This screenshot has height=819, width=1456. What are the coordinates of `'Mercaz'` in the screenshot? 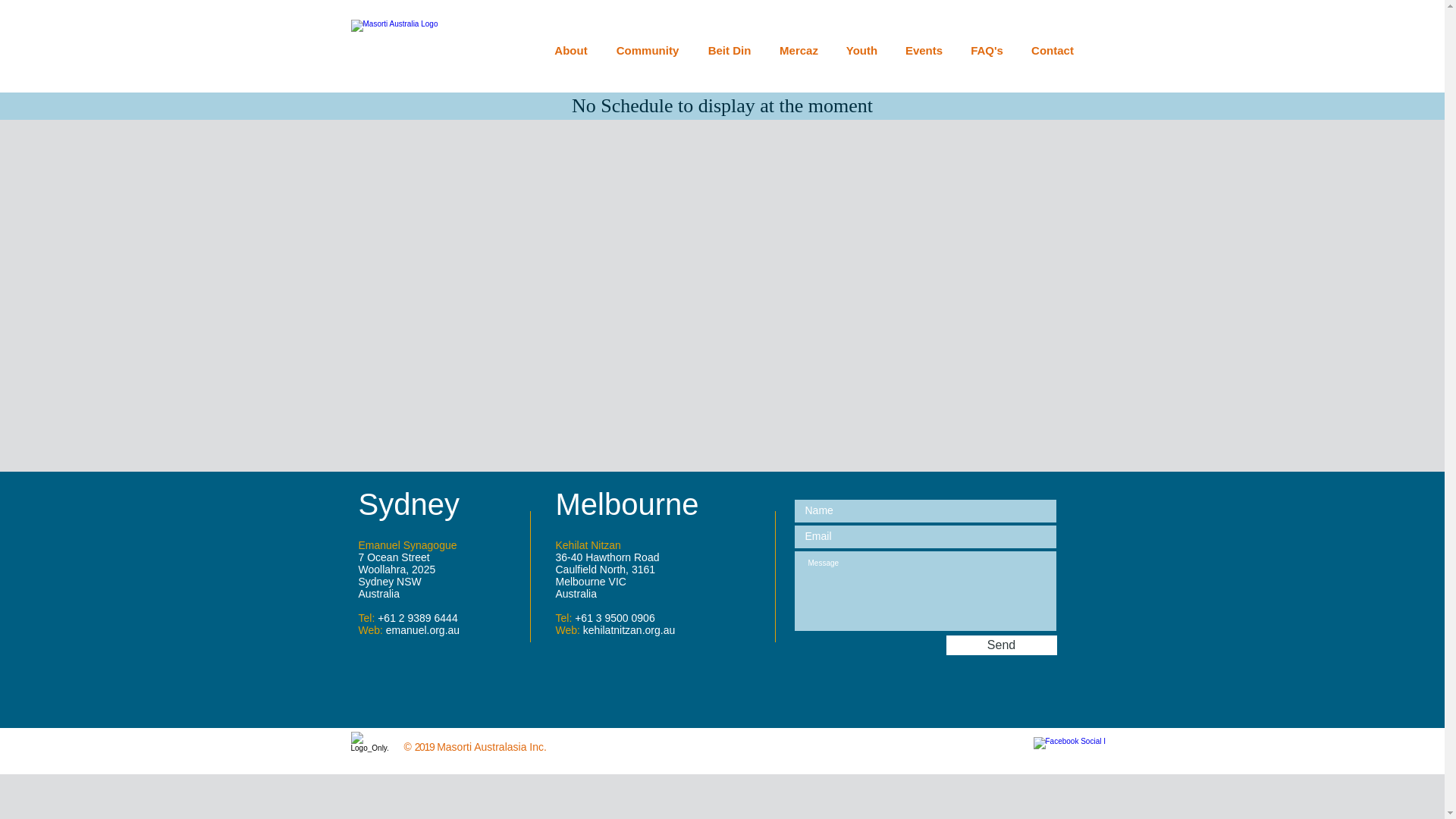 It's located at (765, 49).